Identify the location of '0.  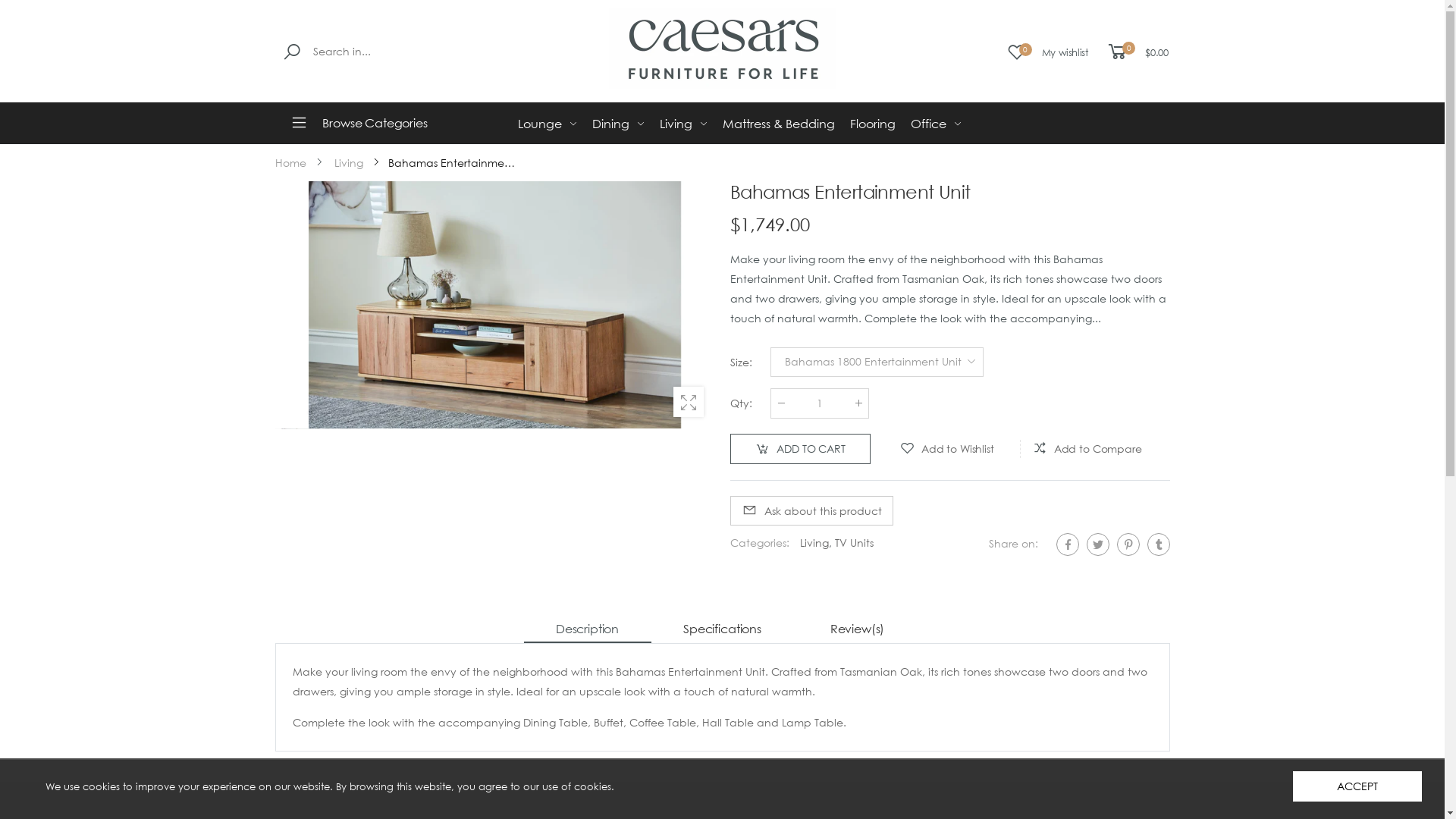
(1136, 51).